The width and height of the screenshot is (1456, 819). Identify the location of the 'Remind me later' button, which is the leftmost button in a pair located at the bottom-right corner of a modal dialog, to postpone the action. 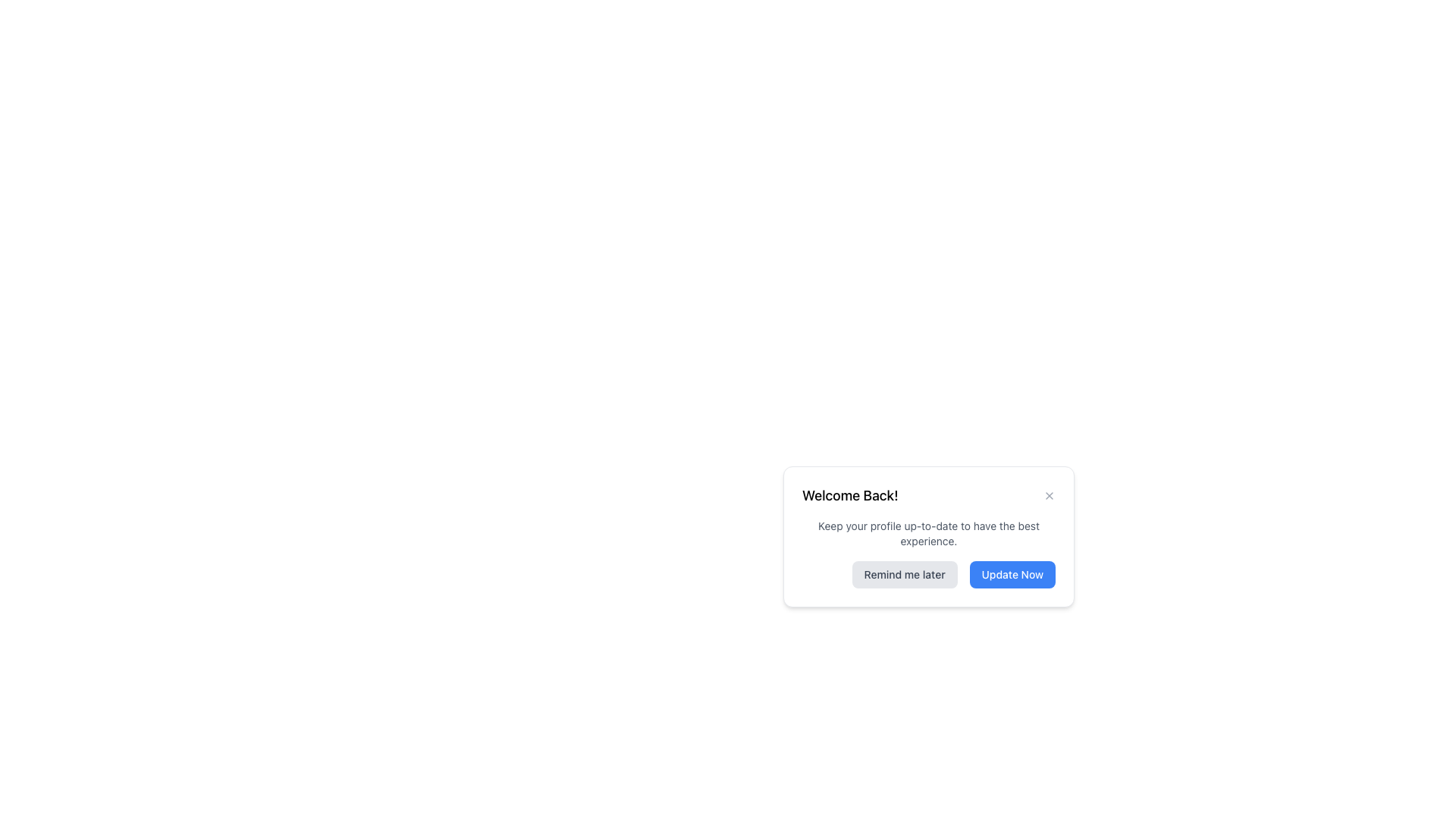
(905, 575).